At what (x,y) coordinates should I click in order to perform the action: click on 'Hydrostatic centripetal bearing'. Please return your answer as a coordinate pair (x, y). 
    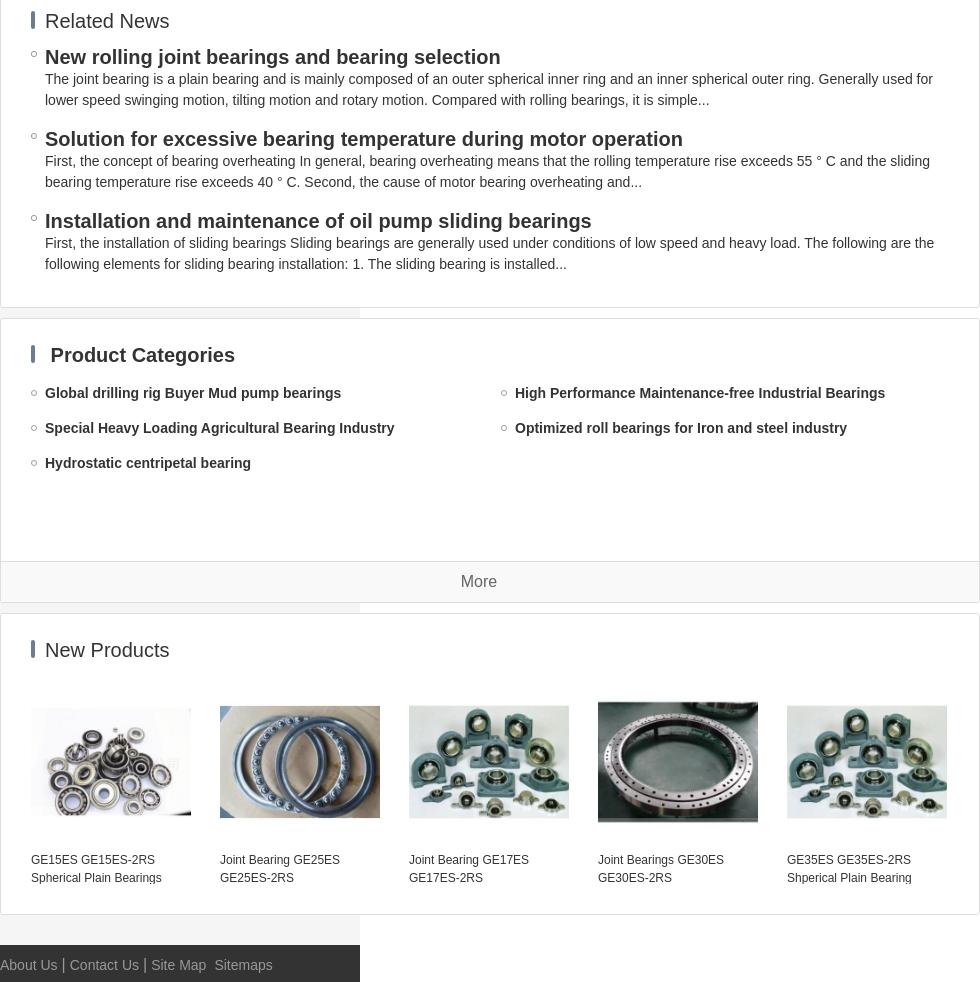
    Looking at the image, I should click on (147, 463).